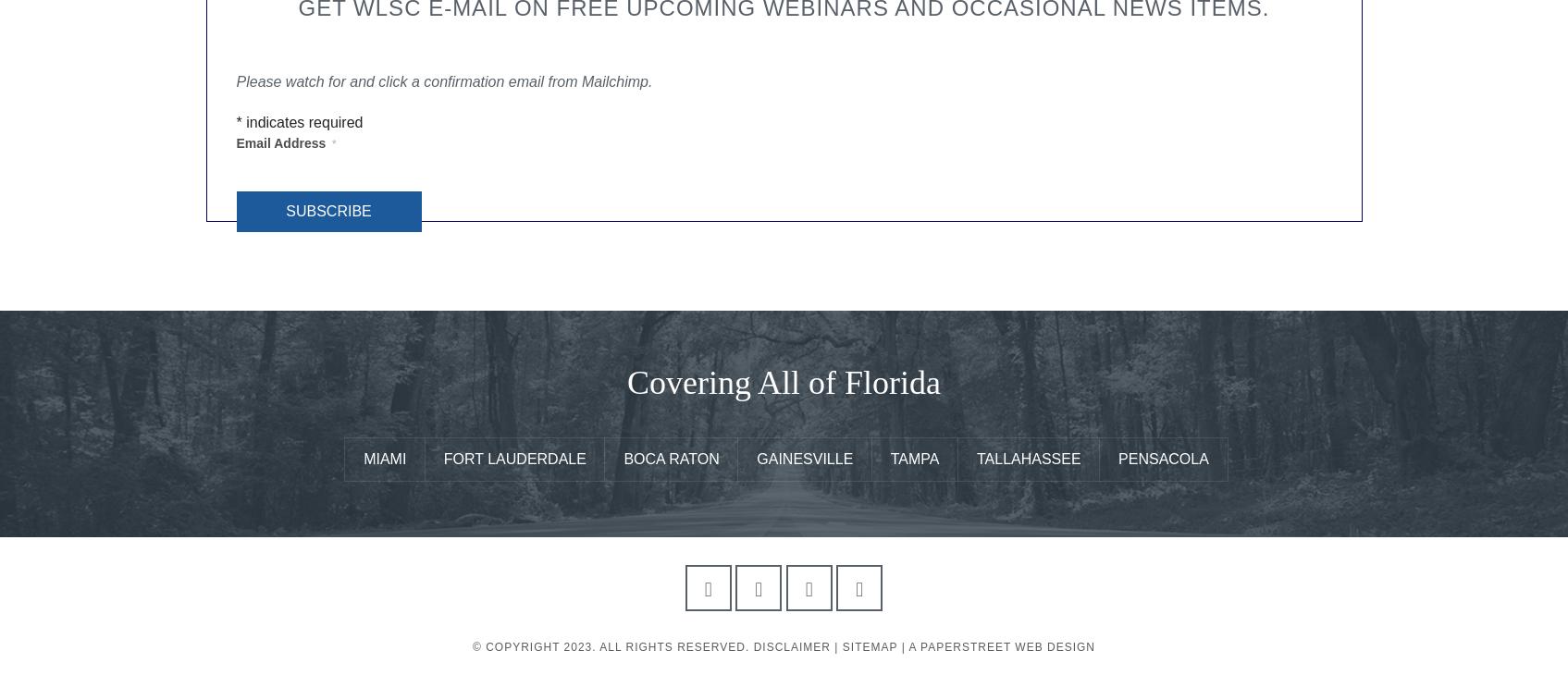 The image size is (1568, 675). I want to click on 'indicates required', so click(302, 121).